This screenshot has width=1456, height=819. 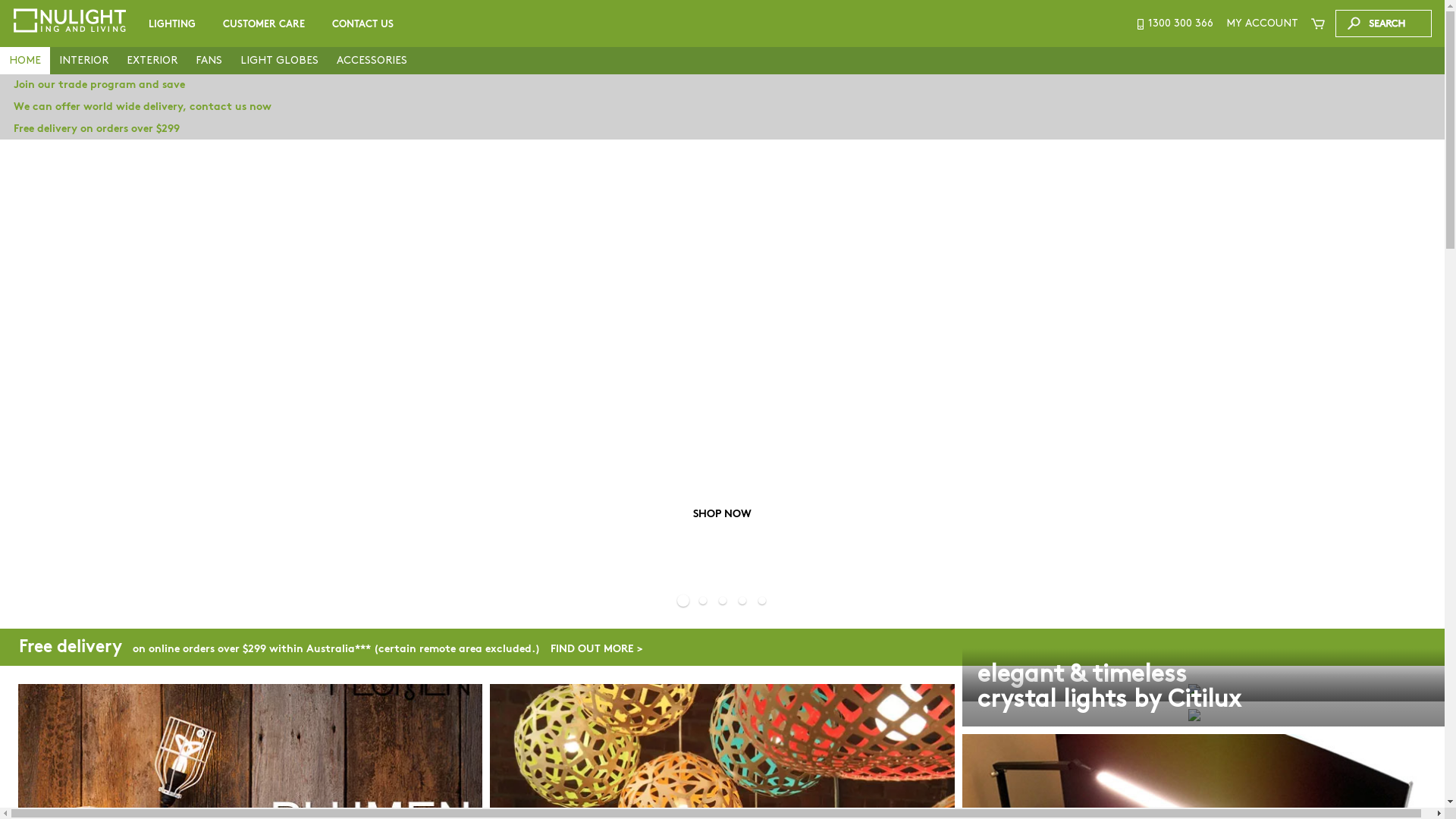 What do you see at coordinates (208, 60) in the screenshot?
I see `'FANS'` at bounding box center [208, 60].